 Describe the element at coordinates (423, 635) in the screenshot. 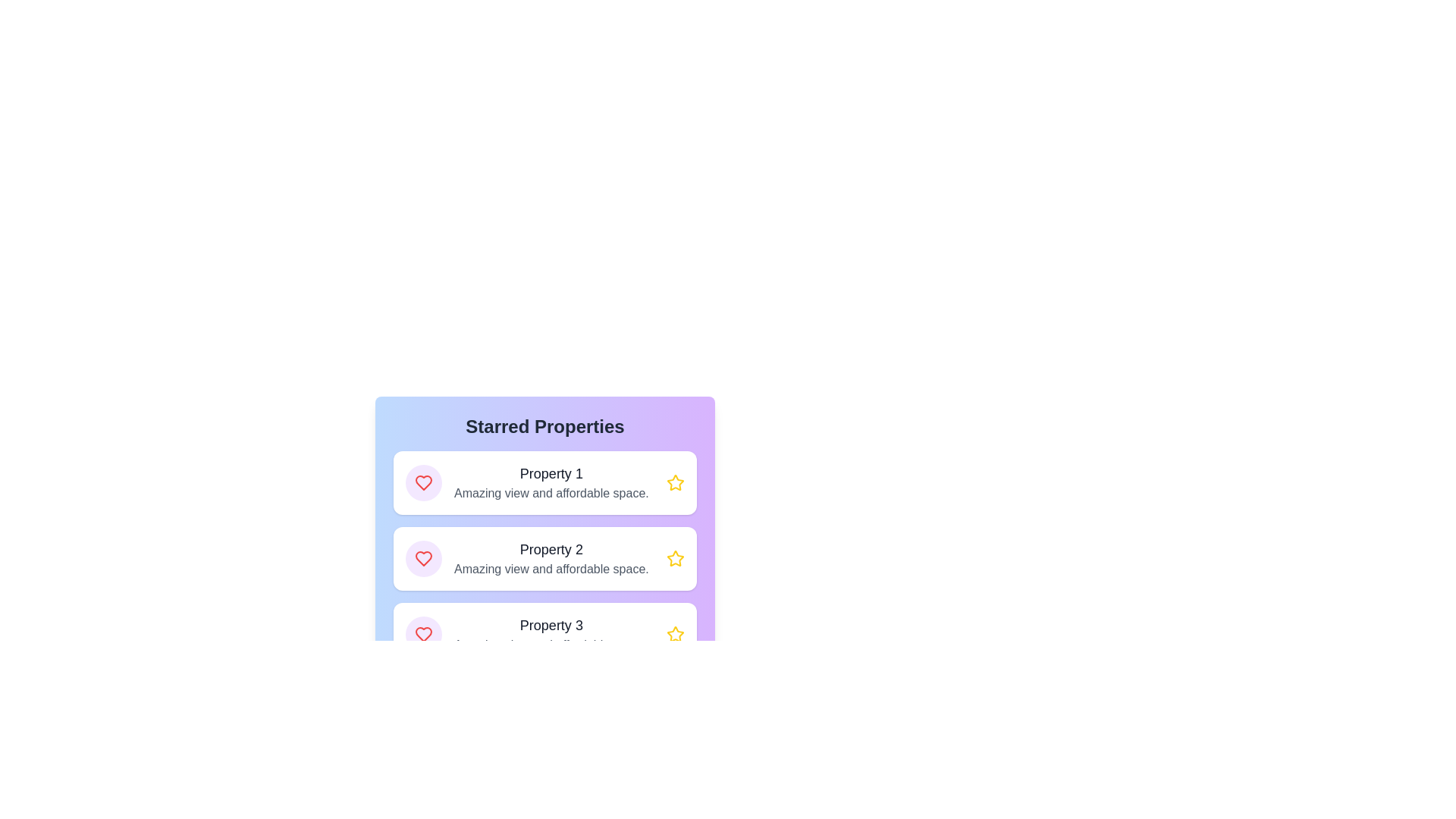

I see `the heart icon in the third row of items to mark the respective property as a favorite` at that location.